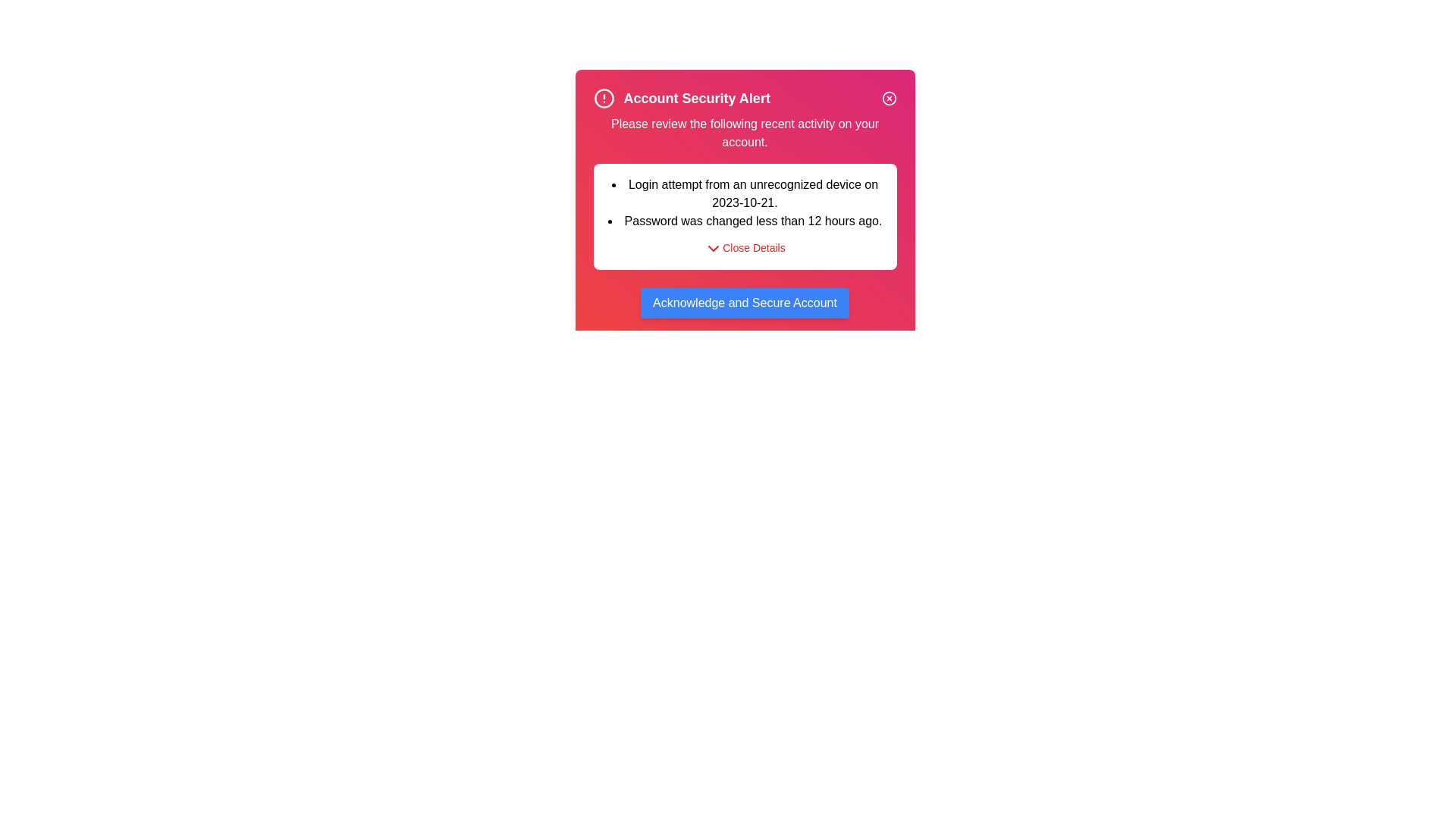  What do you see at coordinates (745, 303) in the screenshot?
I see `the rectangular blue button labeled 'Acknowledge and Secure Account' to confirm and proceed` at bounding box center [745, 303].